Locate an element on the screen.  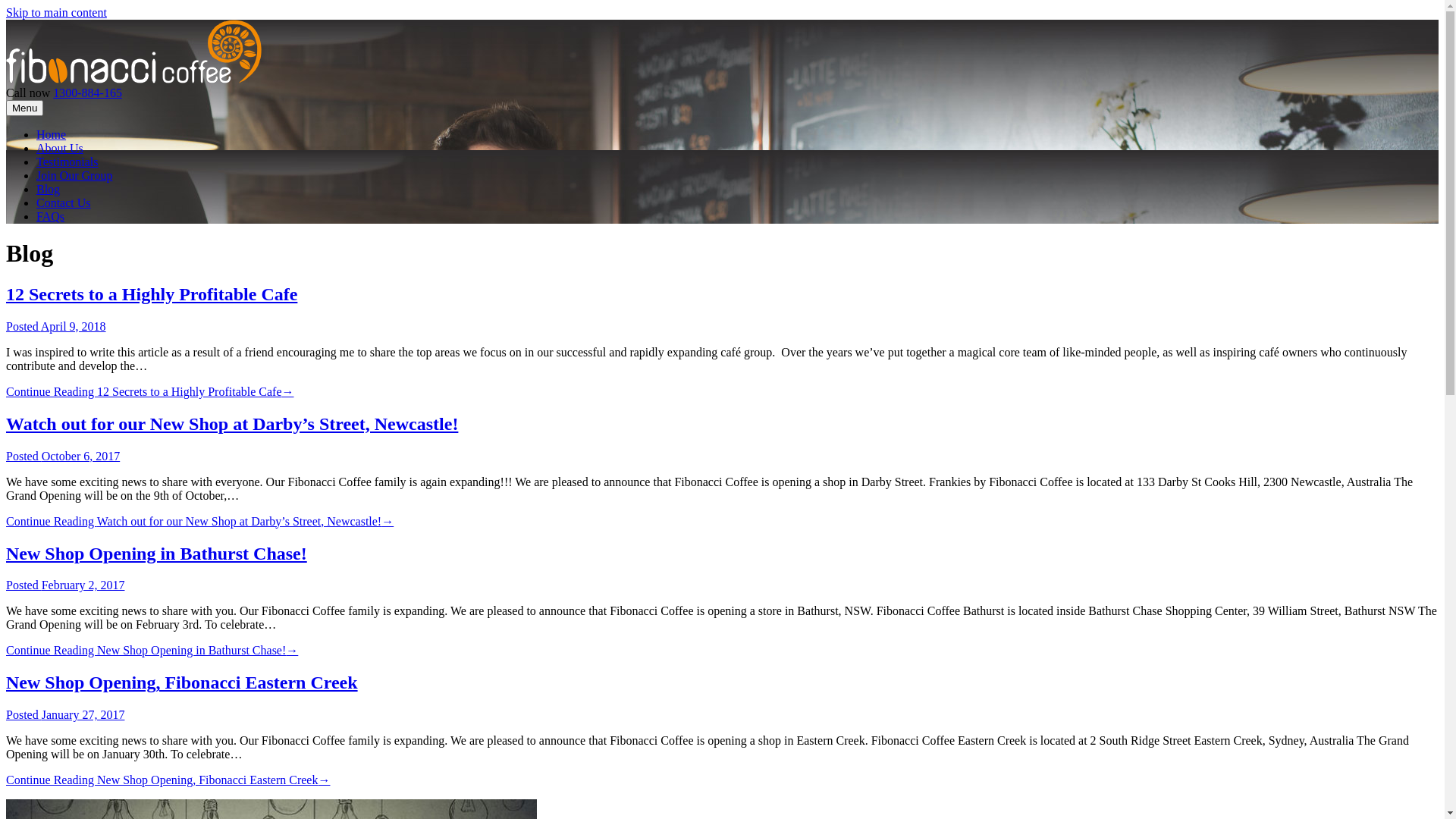
'Skip to main content' is located at coordinates (6, 12).